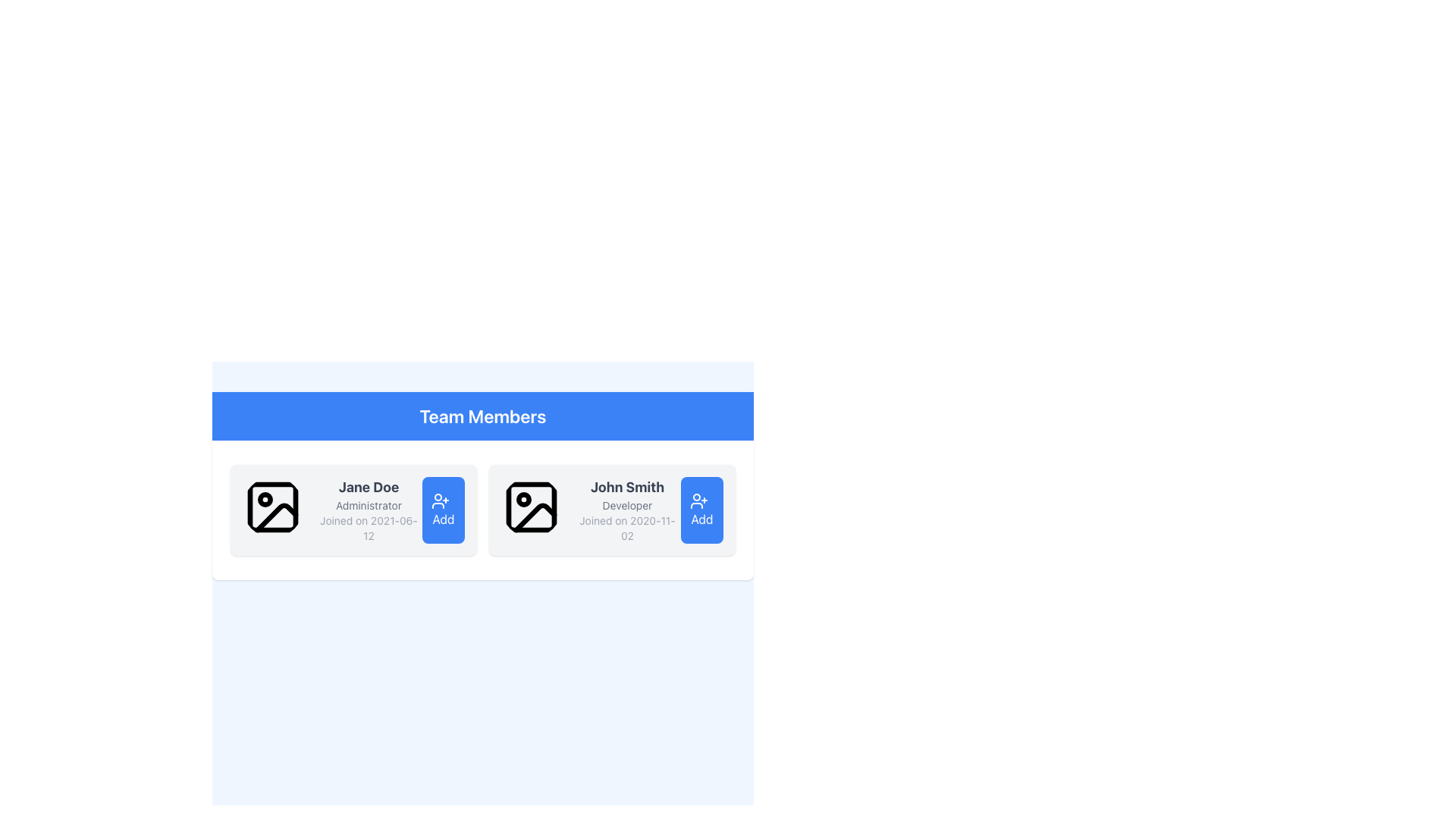 Image resolution: width=1456 pixels, height=819 pixels. Describe the element at coordinates (531, 507) in the screenshot. I see `the decorative SVG rectangle with rounded corners that is part of the 'John Smith' profile icon, located in the upper-left region of the image icon` at that location.